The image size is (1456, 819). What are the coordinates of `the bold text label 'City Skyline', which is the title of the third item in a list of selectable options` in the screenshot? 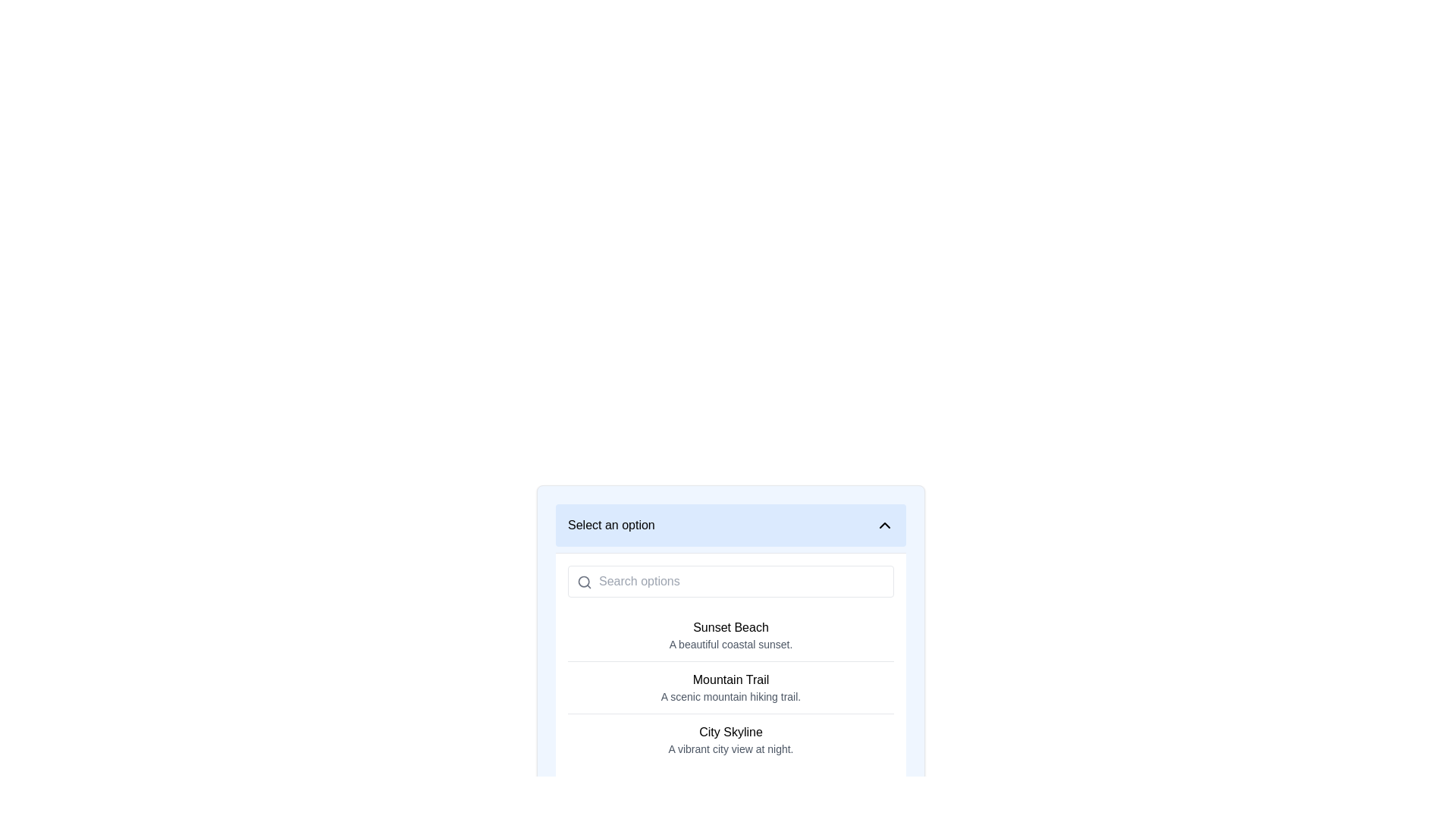 It's located at (731, 731).